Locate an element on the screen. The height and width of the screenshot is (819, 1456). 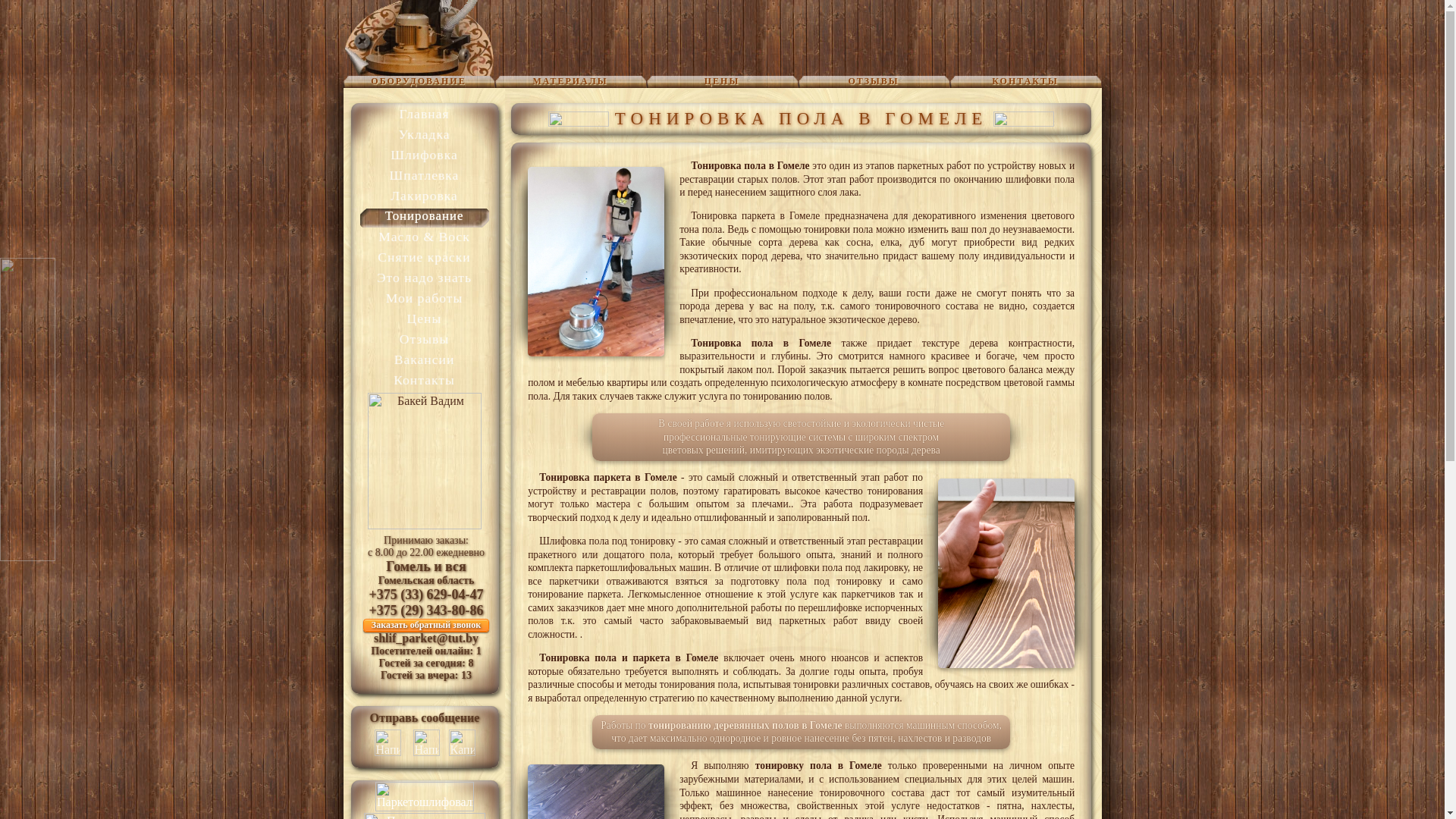
'+375 (29) 343-80-86' is located at coordinates (425, 610).